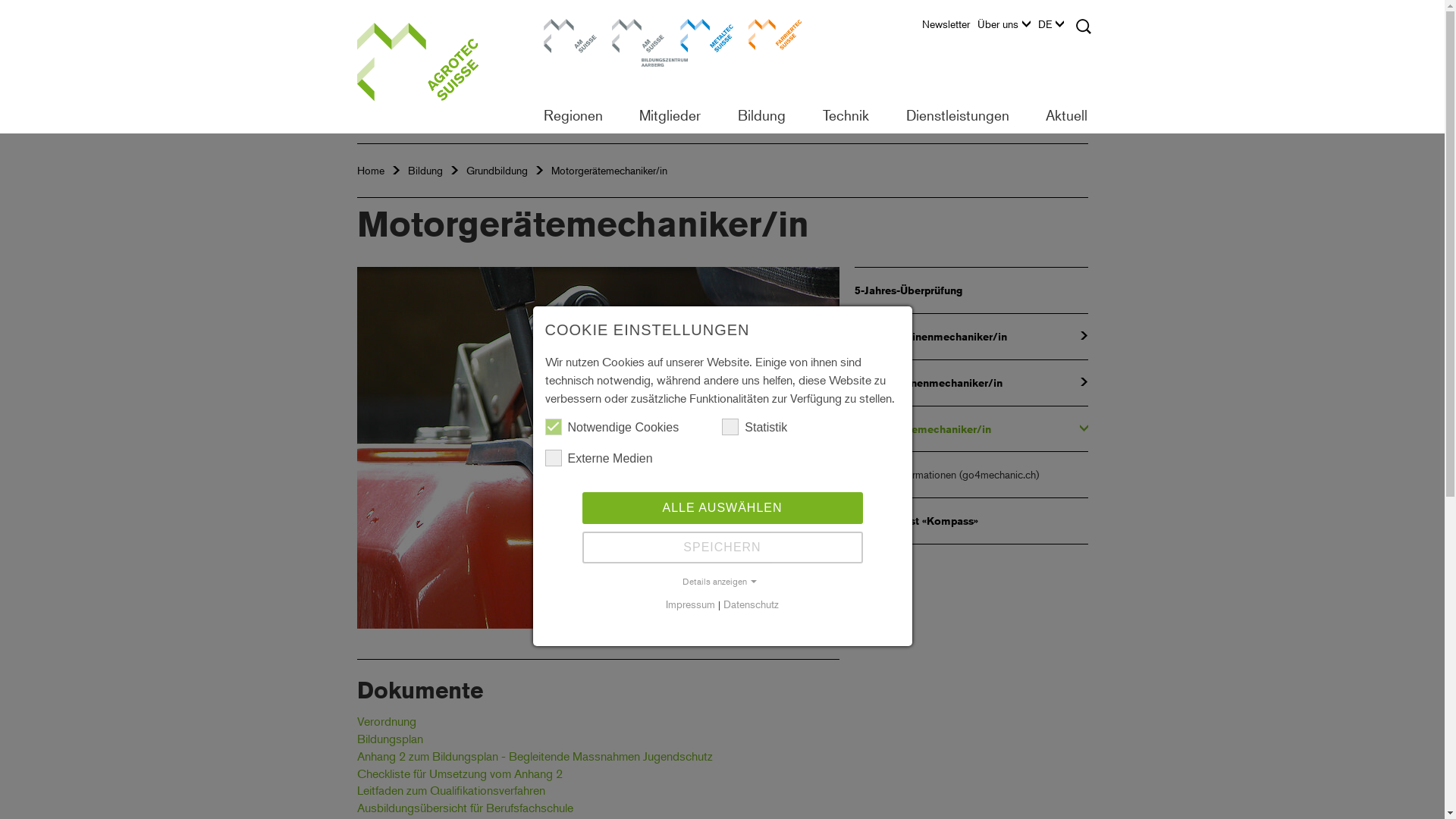 The image size is (1456, 819). I want to click on 'Newsletter', so click(949, 28).